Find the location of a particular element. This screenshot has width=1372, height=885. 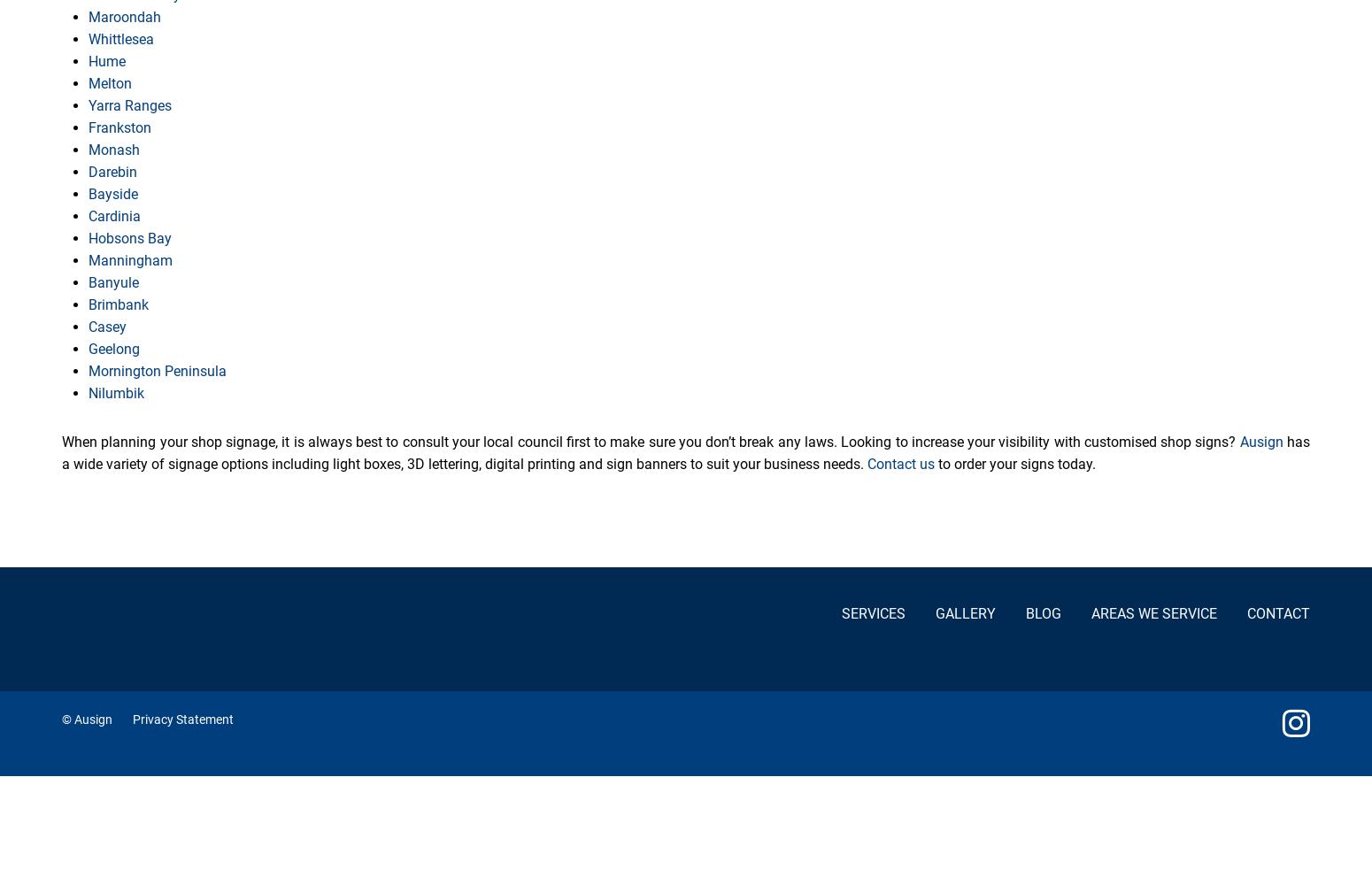

'Mornington Peninsula' is located at coordinates (88, 371).